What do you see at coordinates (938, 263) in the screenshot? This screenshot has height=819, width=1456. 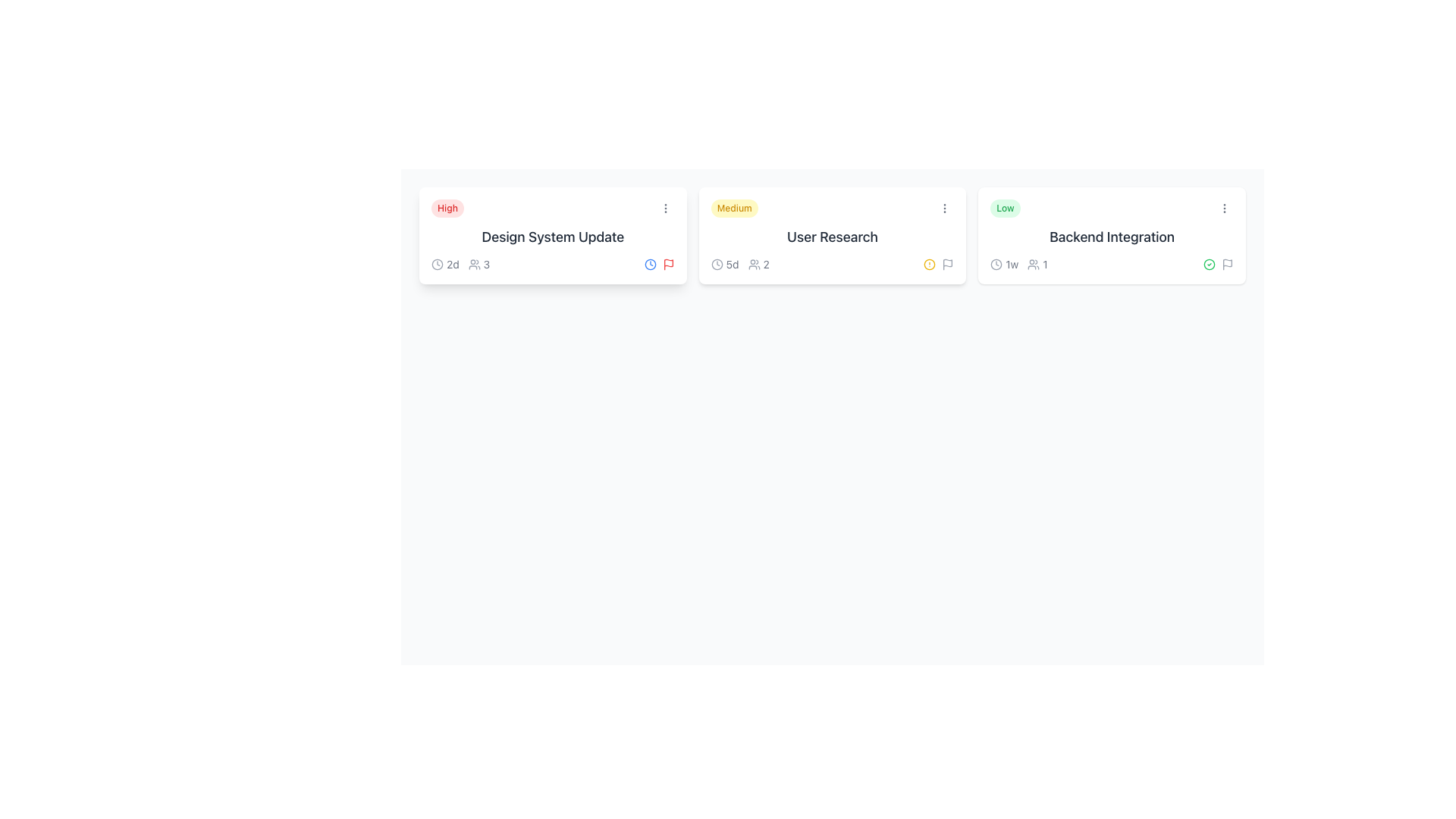 I see `the Status indicator containing a yellow exclamation mark and a pale gray flag by clicking on each icon individually` at bounding box center [938, 263].